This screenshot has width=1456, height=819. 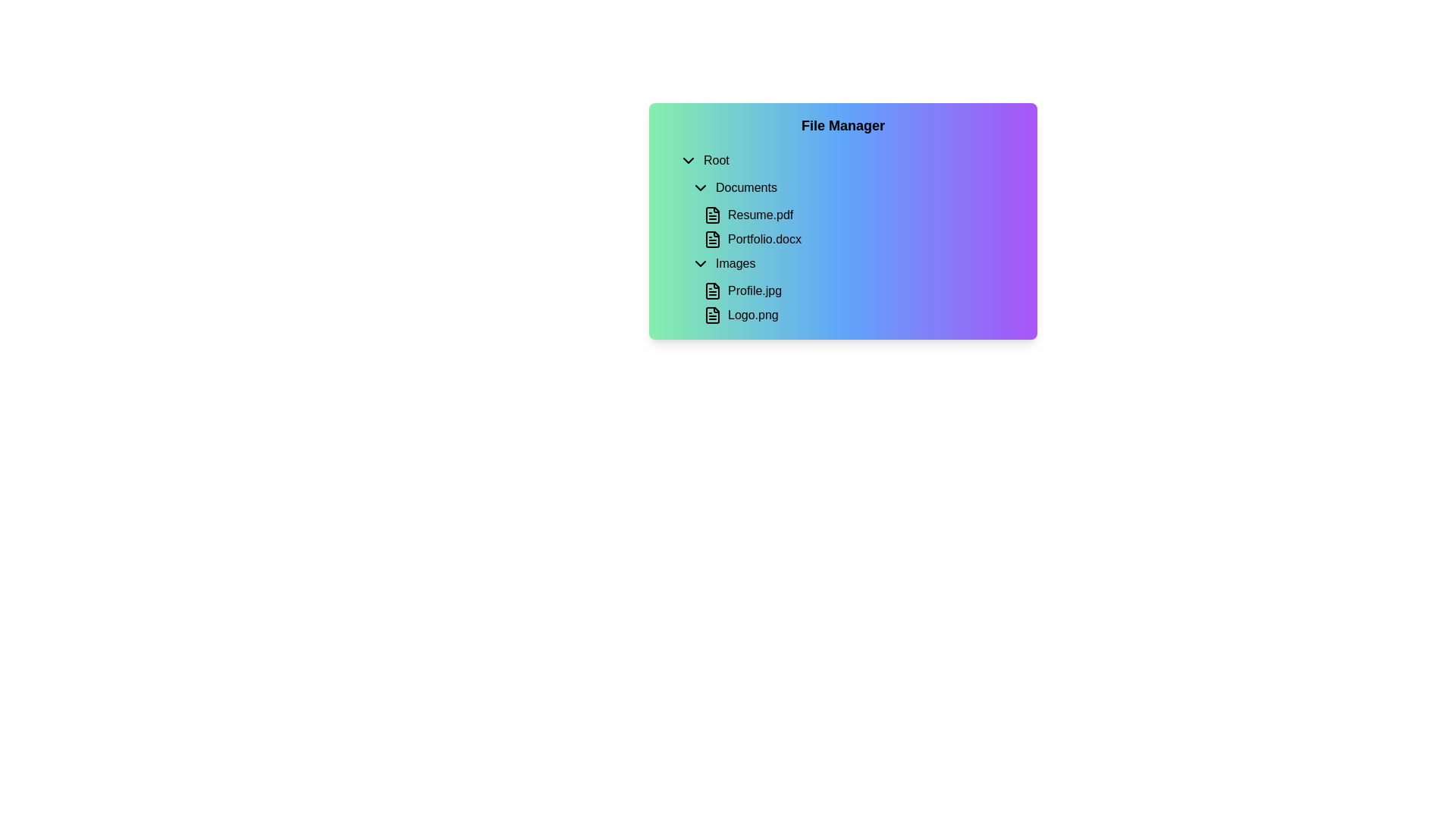 I want to click on the document icon, which has a minimalist black stroke style and is located next to the label 'Profile.jpg' in the 'Images' section of the 'File Manager', so click(x=712, y=291).